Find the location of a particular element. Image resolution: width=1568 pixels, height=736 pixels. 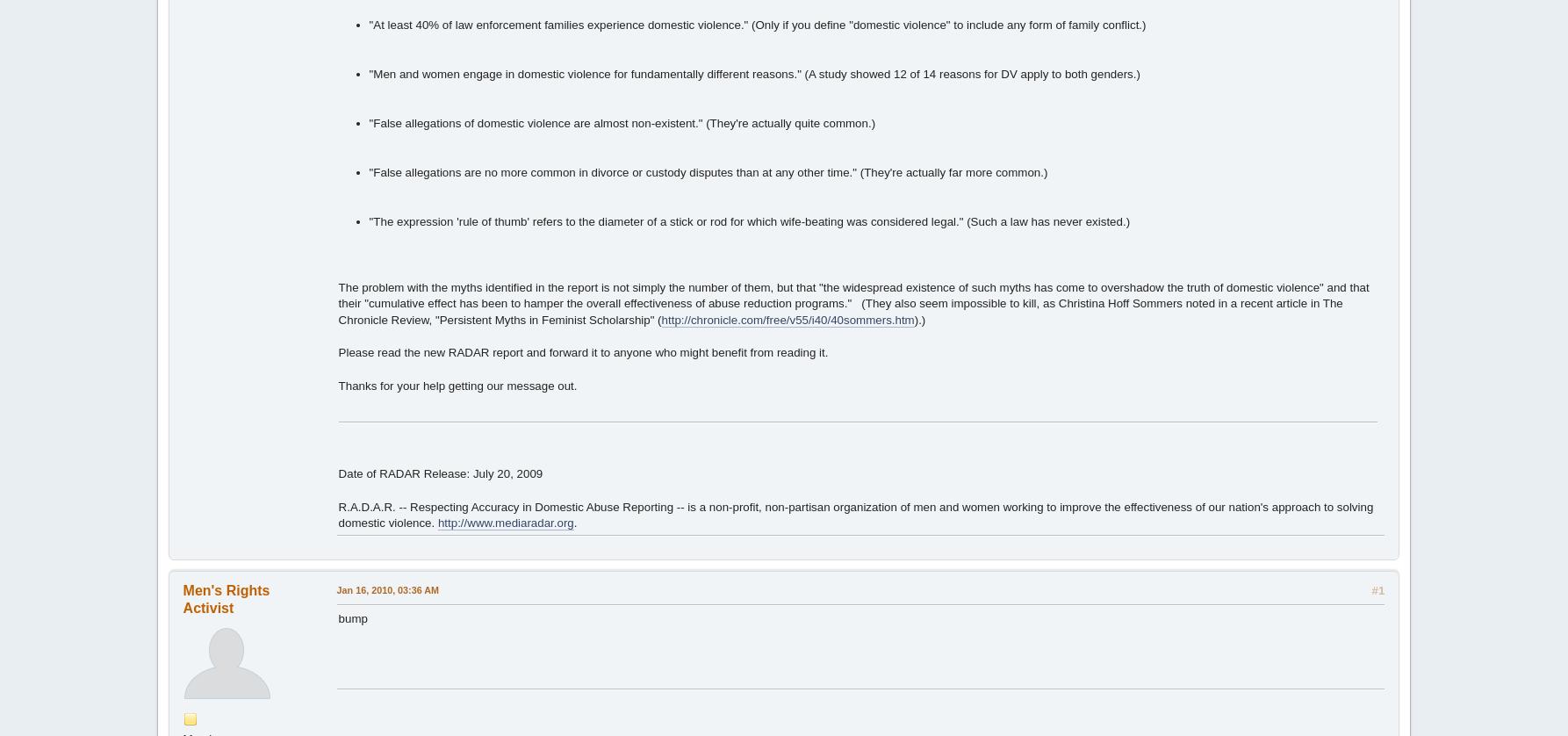

'bump' is located at coordinates (352, 617).